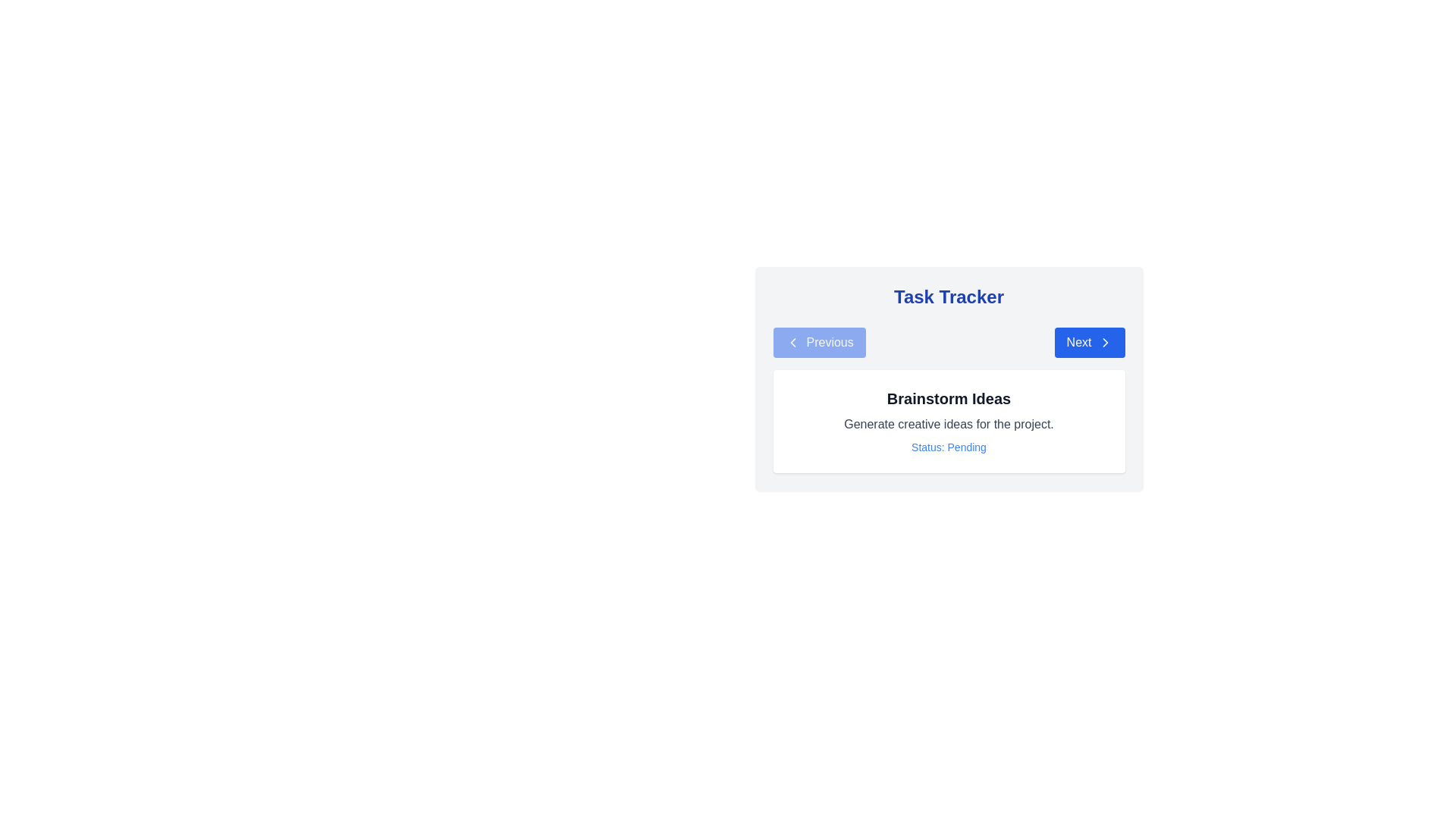 Image resolution: width=1456 pixels, height=819 pixels. Describe the element at coordinates (1105, 342) in the screenshot. I see `the arrow icon in the 'Next' button located in the top-right section of the 'Task Tracker' card` at that location.